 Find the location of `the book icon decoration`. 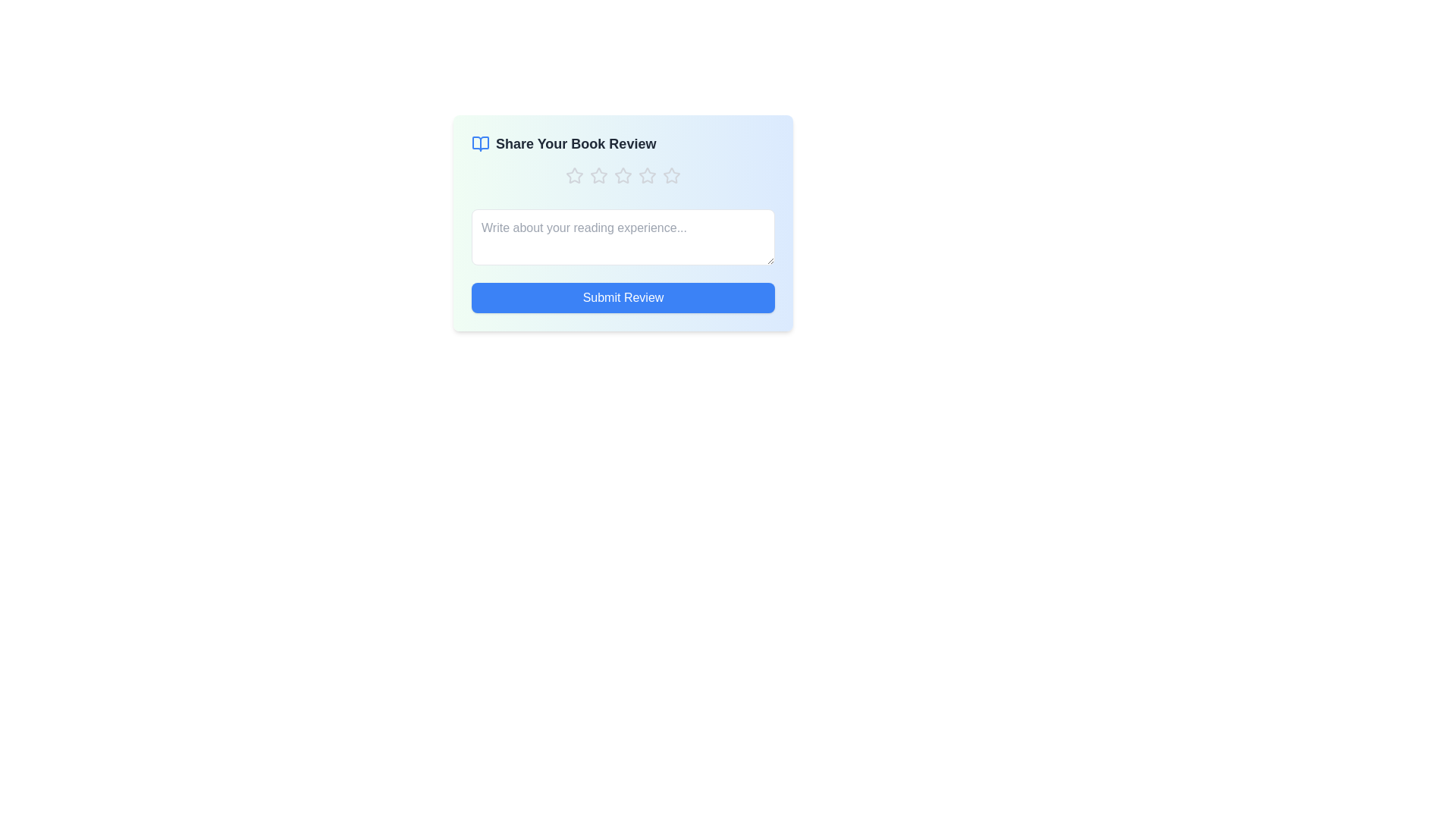

the book icon decoration is located at coordinates (479, 143).